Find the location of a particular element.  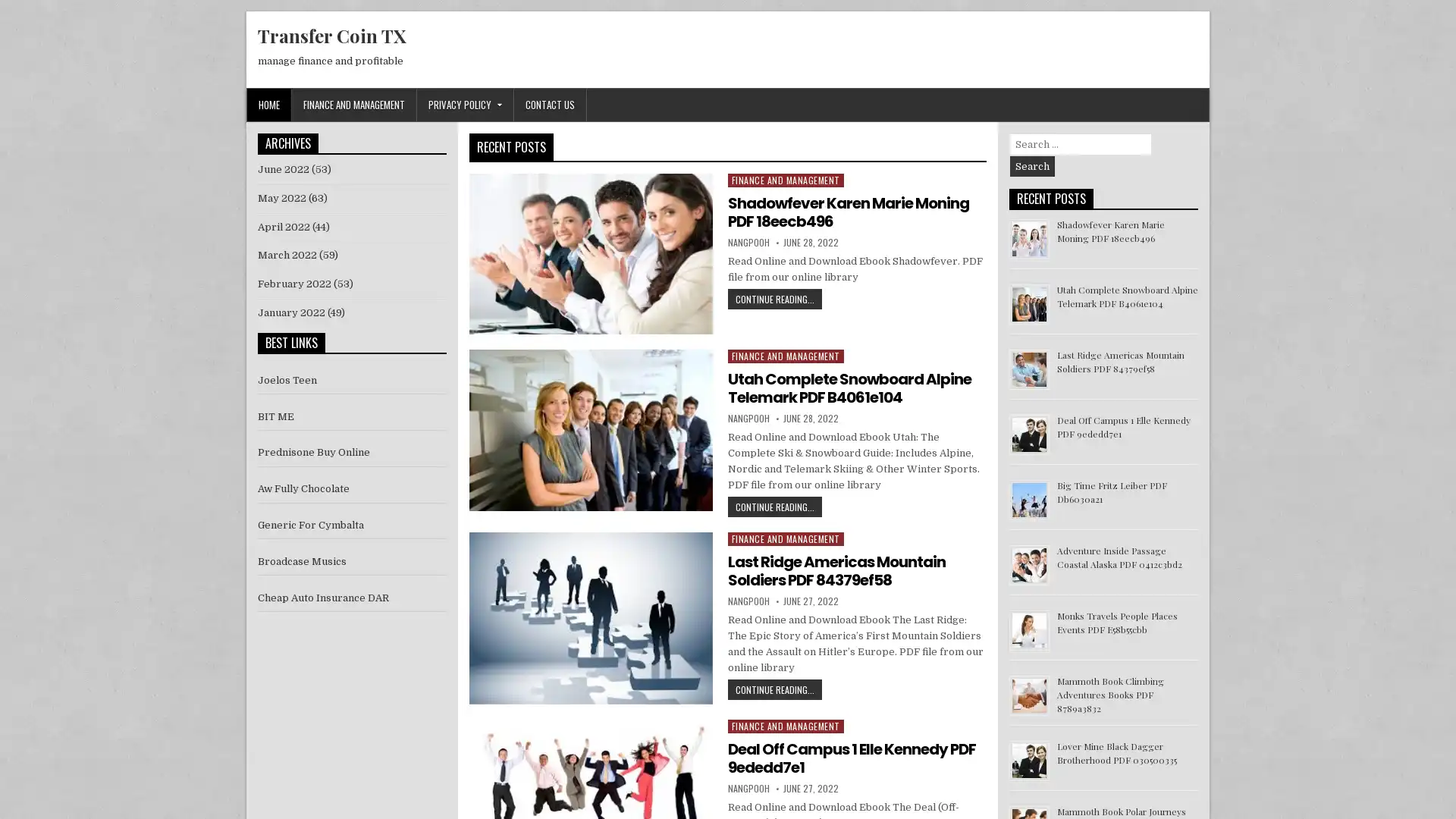

Search is located at coordinates (1031, 166).